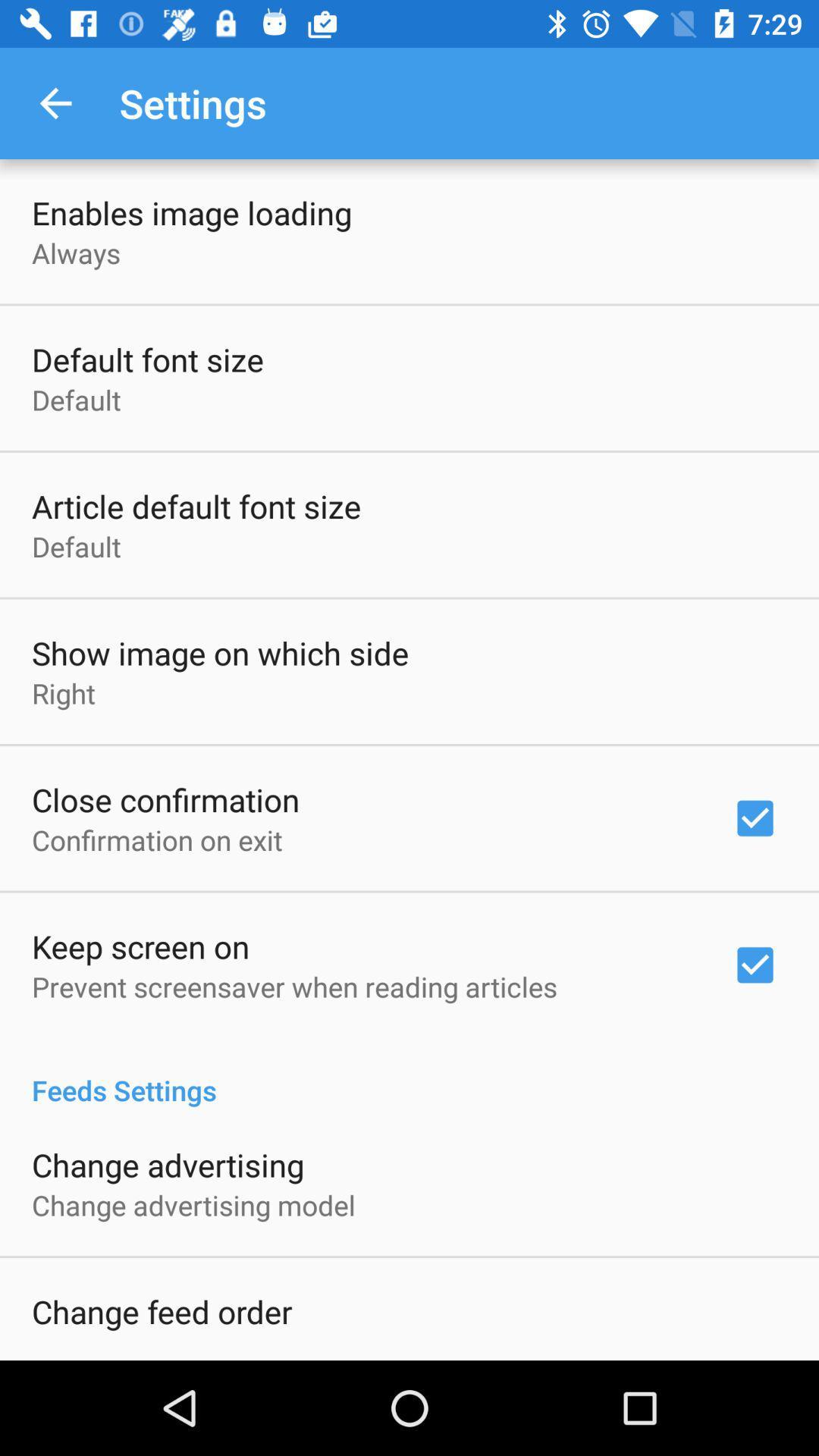 This screenshot has width=819, height=1456. I want to click on change feed order, so click(162, 1310).